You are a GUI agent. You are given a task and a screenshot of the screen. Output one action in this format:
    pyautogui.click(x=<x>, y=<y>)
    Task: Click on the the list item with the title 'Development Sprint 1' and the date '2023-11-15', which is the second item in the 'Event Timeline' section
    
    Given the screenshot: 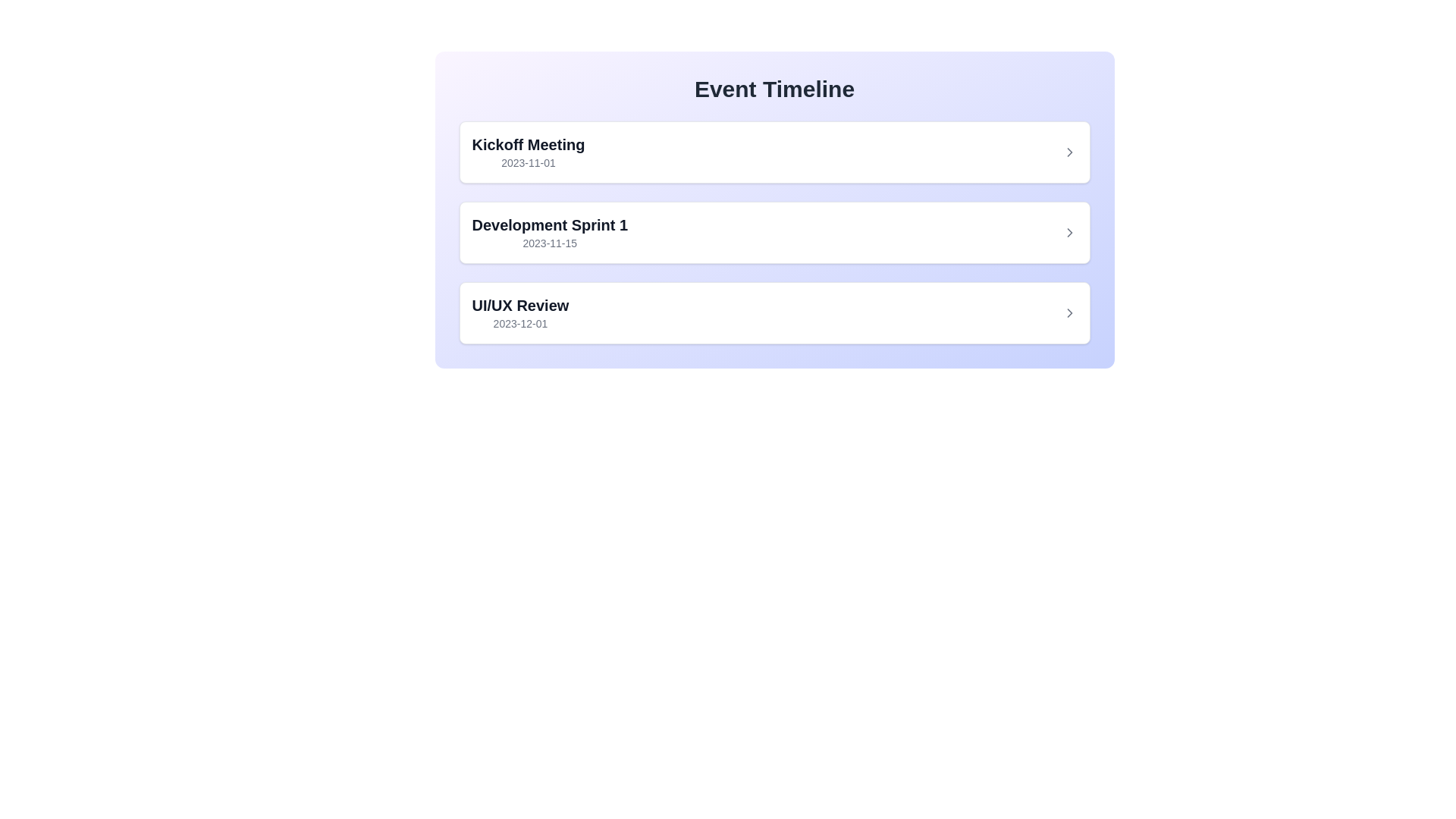 What is the action you would take?
    pyautogui.click(x=774, y=233)
    